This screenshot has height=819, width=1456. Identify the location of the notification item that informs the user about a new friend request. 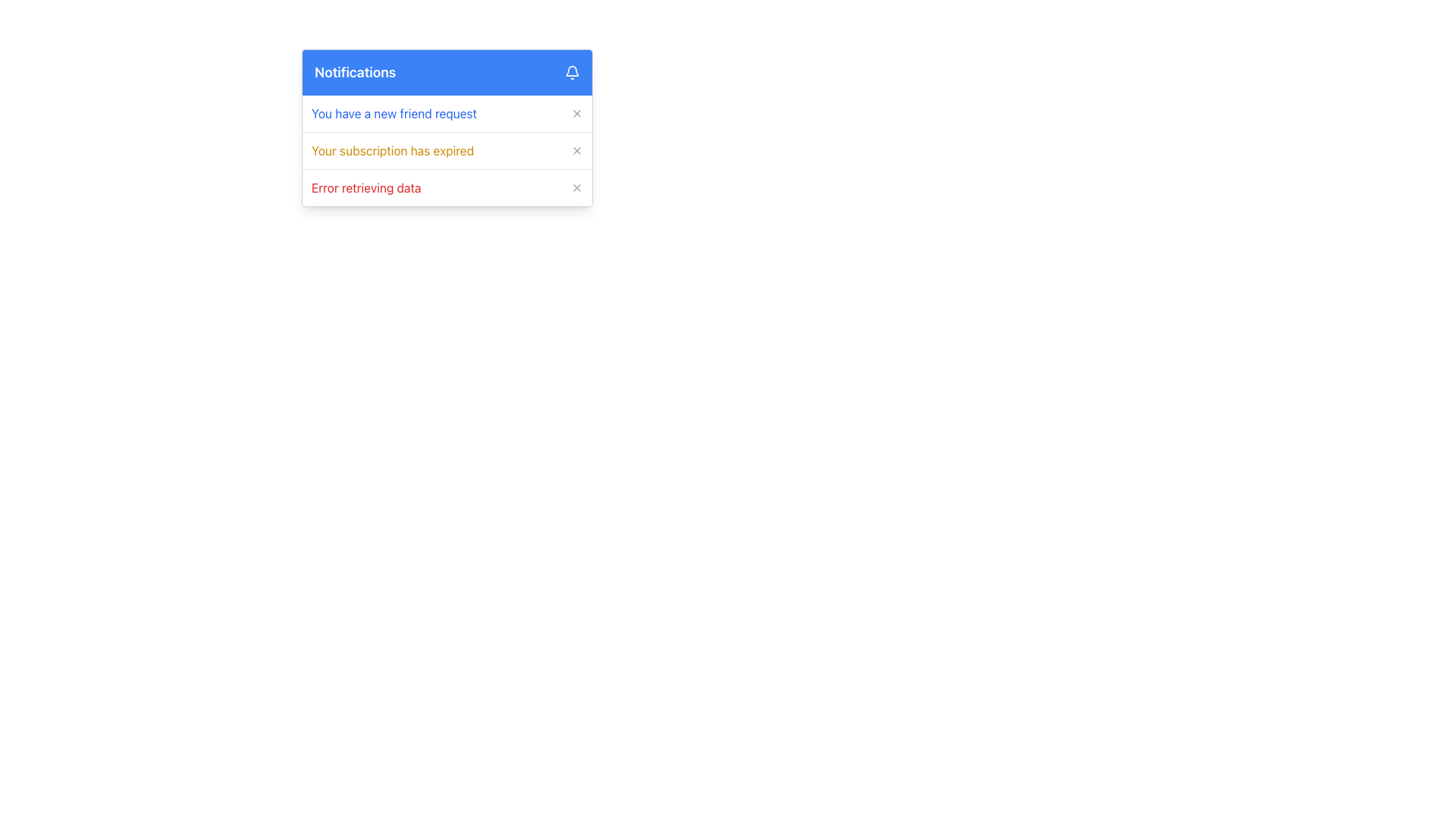
(447, 113).